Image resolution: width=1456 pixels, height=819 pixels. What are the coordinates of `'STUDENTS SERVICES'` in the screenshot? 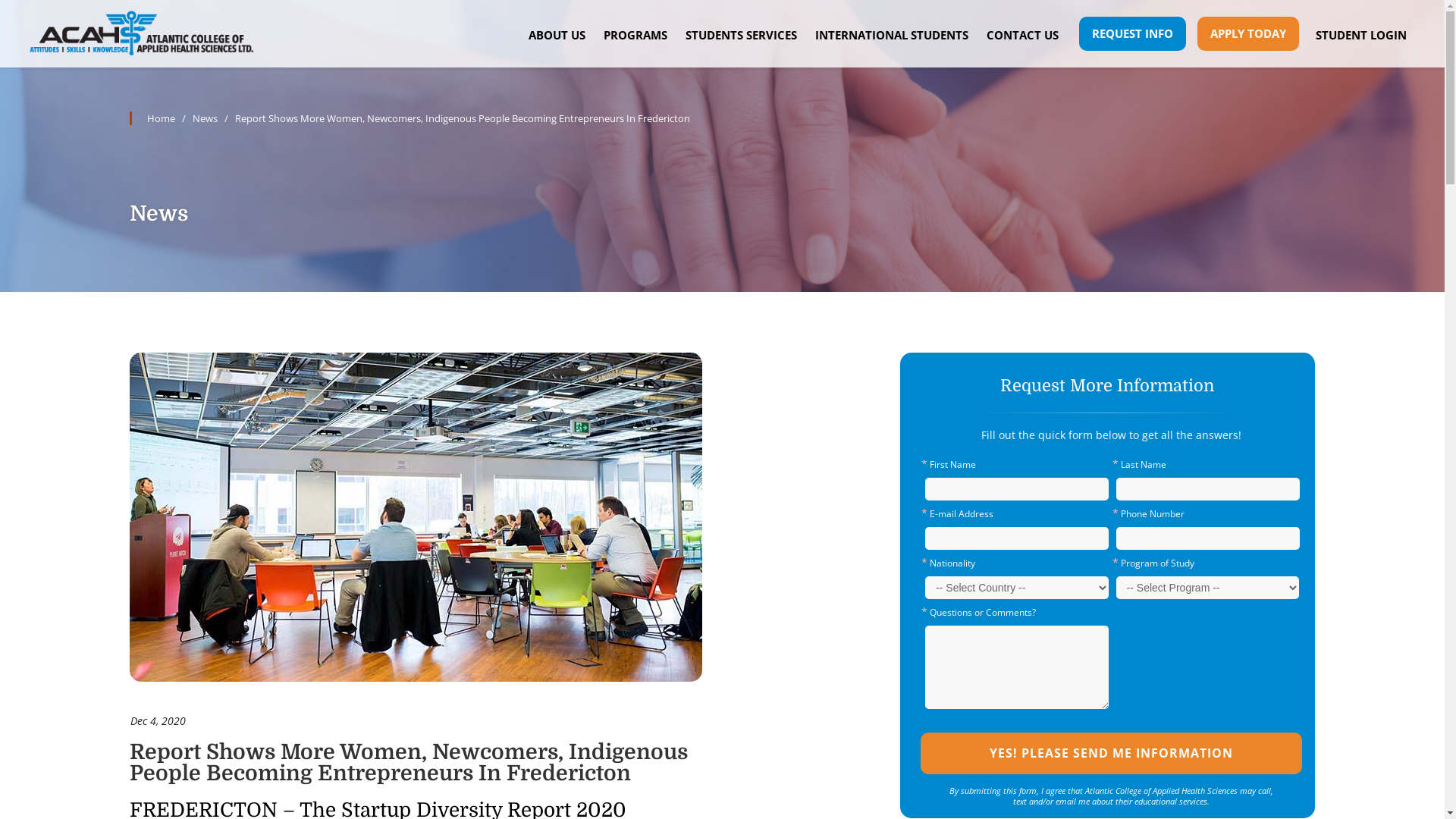 It's located at (676, 34).